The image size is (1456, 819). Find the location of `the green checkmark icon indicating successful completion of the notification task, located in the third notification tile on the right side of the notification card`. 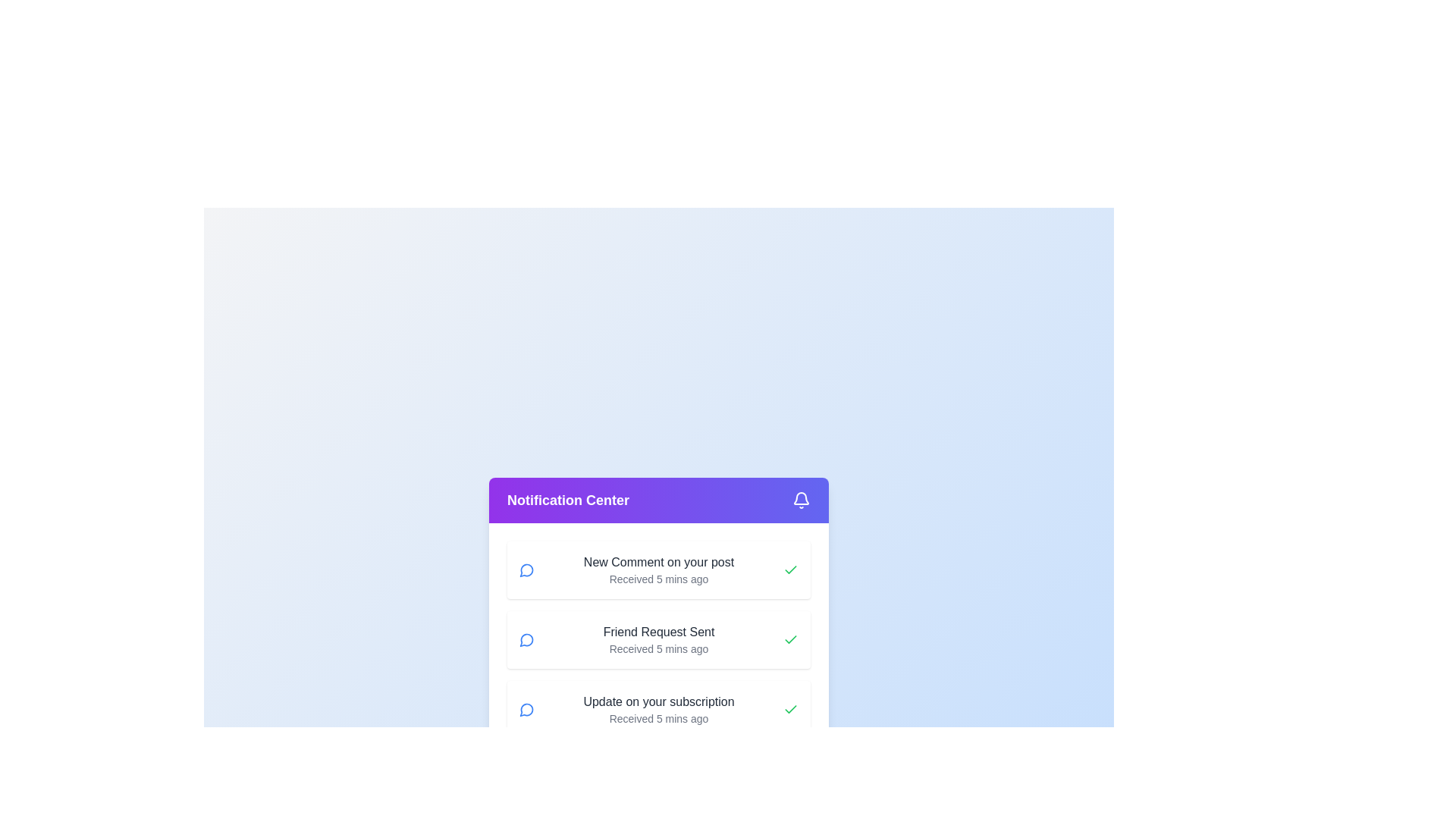

the green checkmark icon indicating successful completion of the notification task, located in the third notification tile on the right side of the notification card is located at coordinates (789, 639).